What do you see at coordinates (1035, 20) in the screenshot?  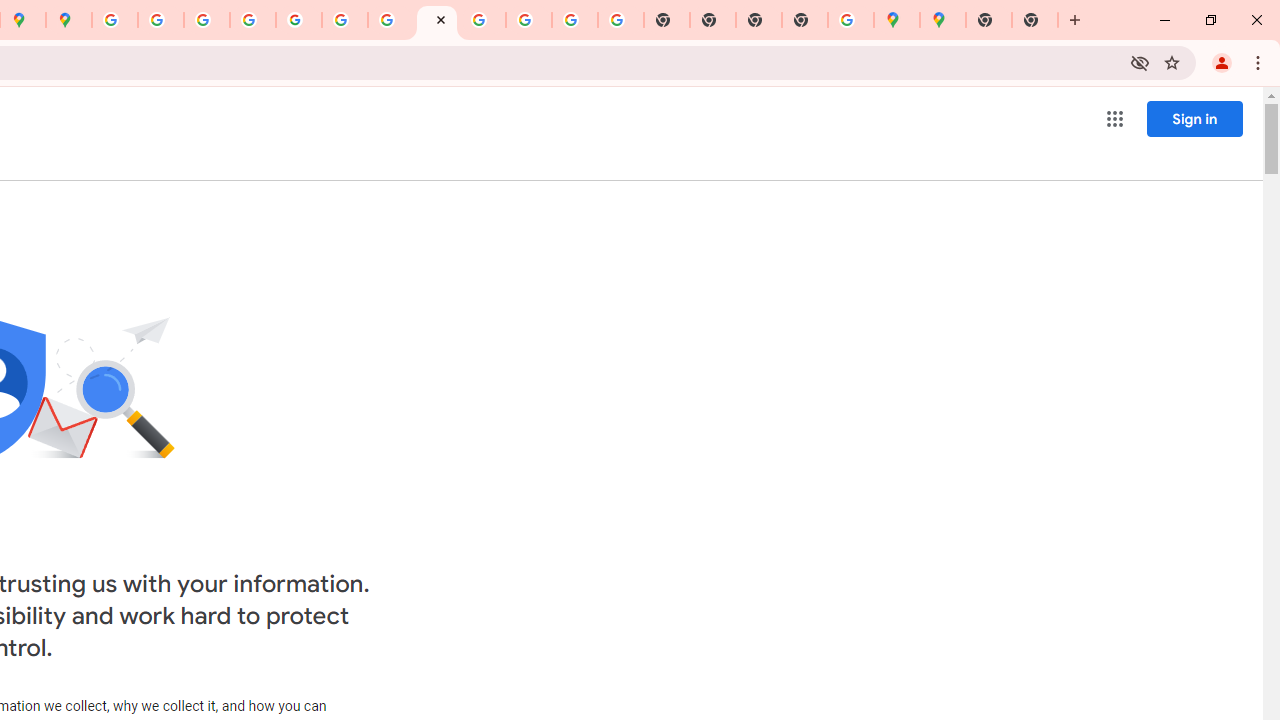 I see `'New Tab'` at bounding box center [1035, 20].